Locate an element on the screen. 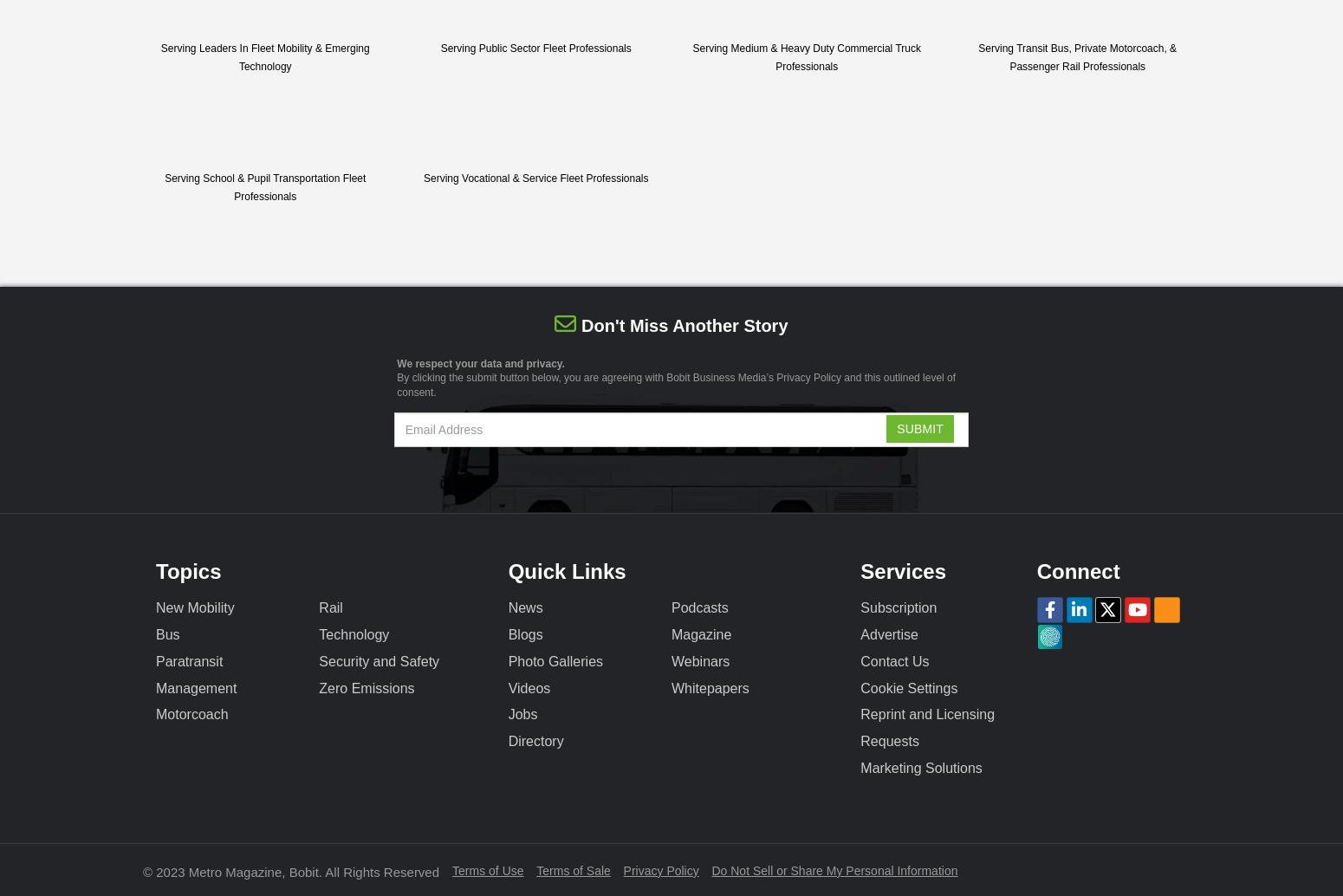 The height and width of the screenshot is (896, 1343). 'and this outlined' is located at coordinates (882, 377).